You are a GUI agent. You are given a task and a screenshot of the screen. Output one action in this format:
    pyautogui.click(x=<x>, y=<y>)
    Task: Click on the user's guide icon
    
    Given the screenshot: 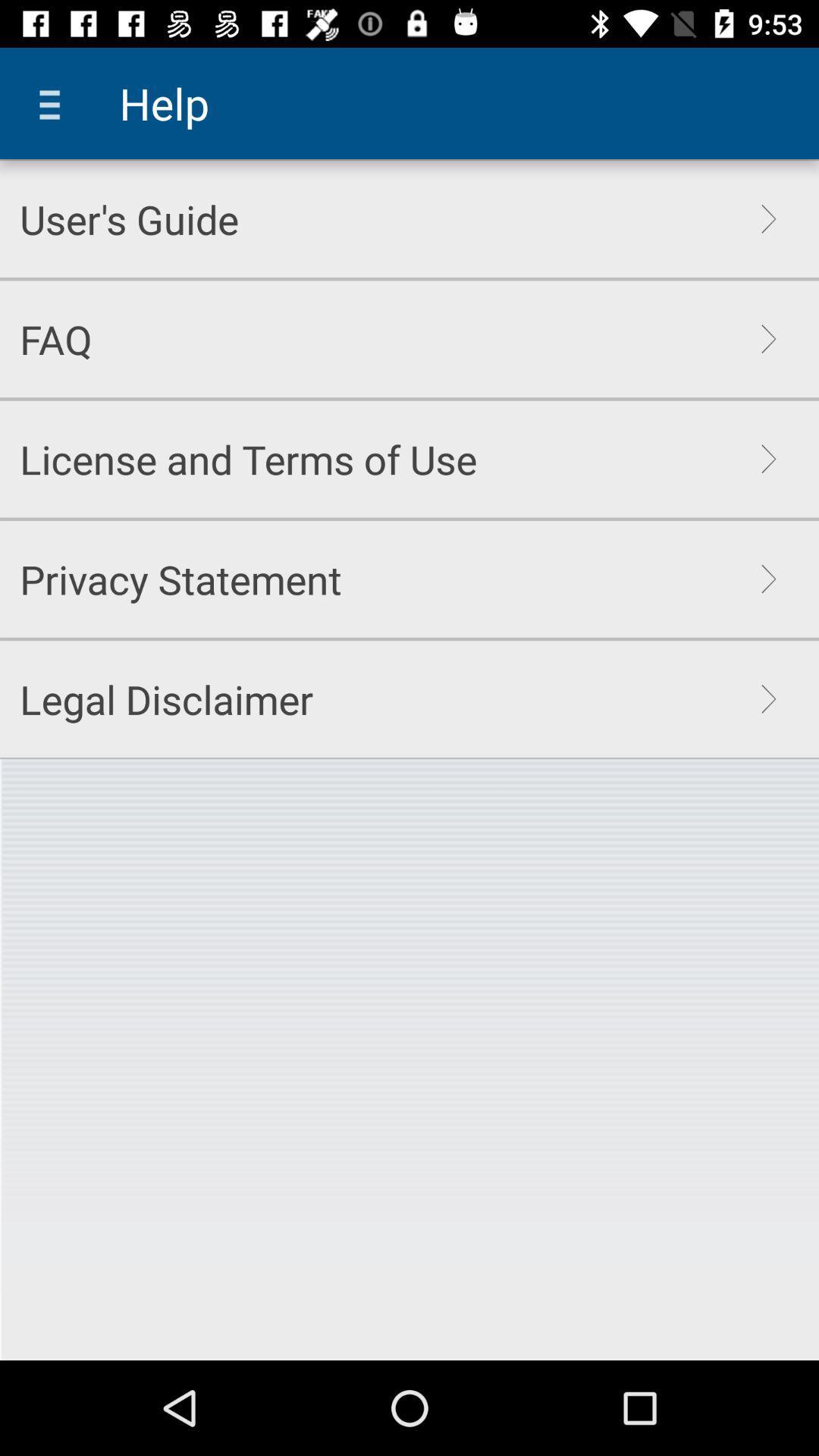 What is the action you would take?
    pyautogui.click(x=128, y=218)
    